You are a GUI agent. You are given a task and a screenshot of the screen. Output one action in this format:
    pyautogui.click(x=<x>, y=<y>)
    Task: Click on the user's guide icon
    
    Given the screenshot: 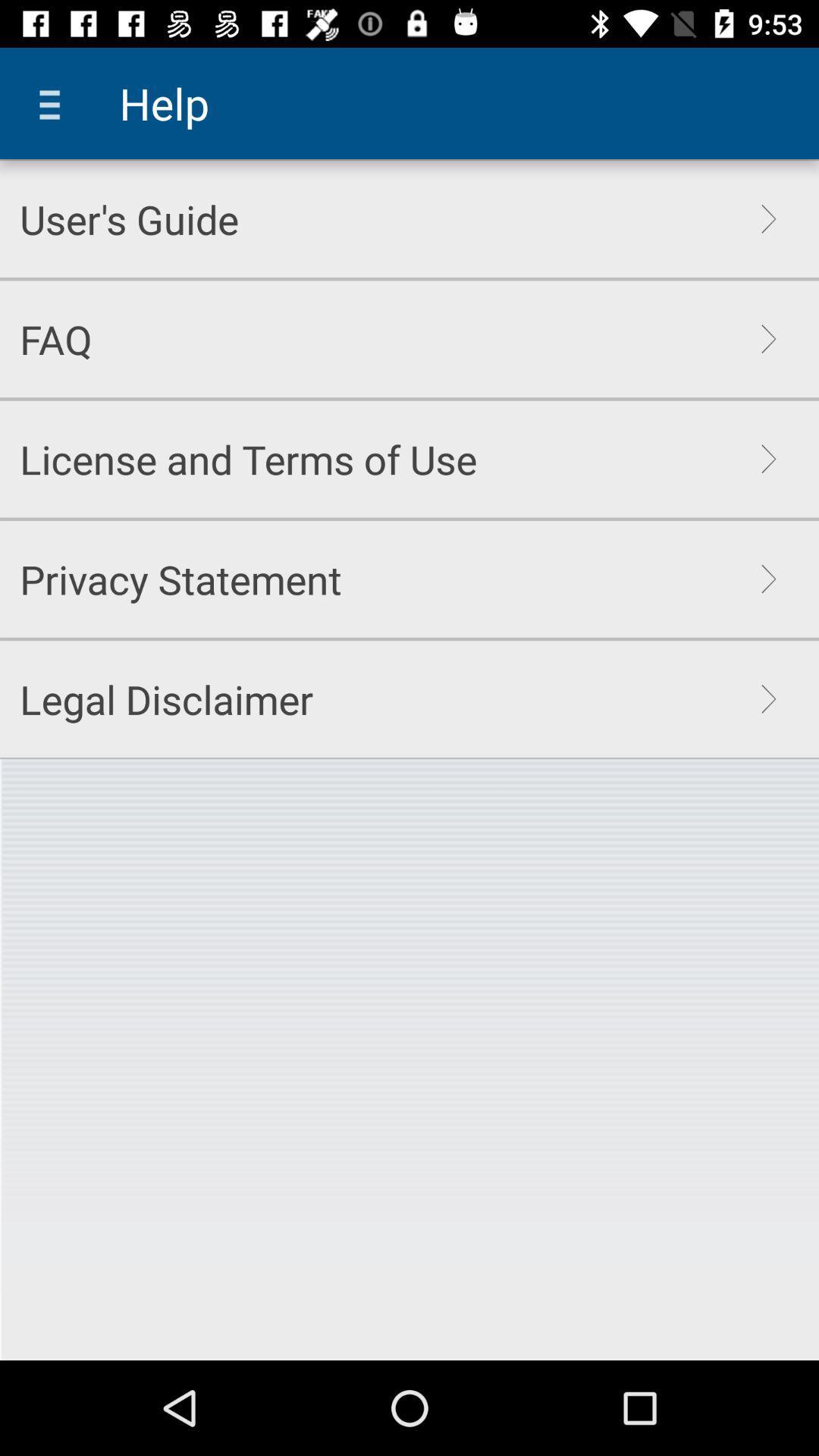 What is the action you would take?
    pyautogui.click(x=128, y=218)
    